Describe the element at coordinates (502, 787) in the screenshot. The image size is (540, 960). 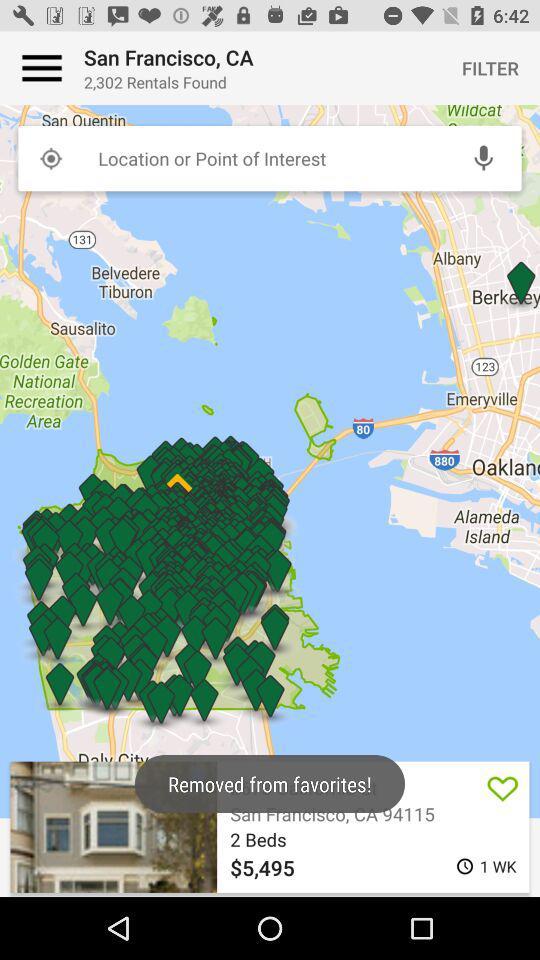
I see `the favorite icon` at that location.